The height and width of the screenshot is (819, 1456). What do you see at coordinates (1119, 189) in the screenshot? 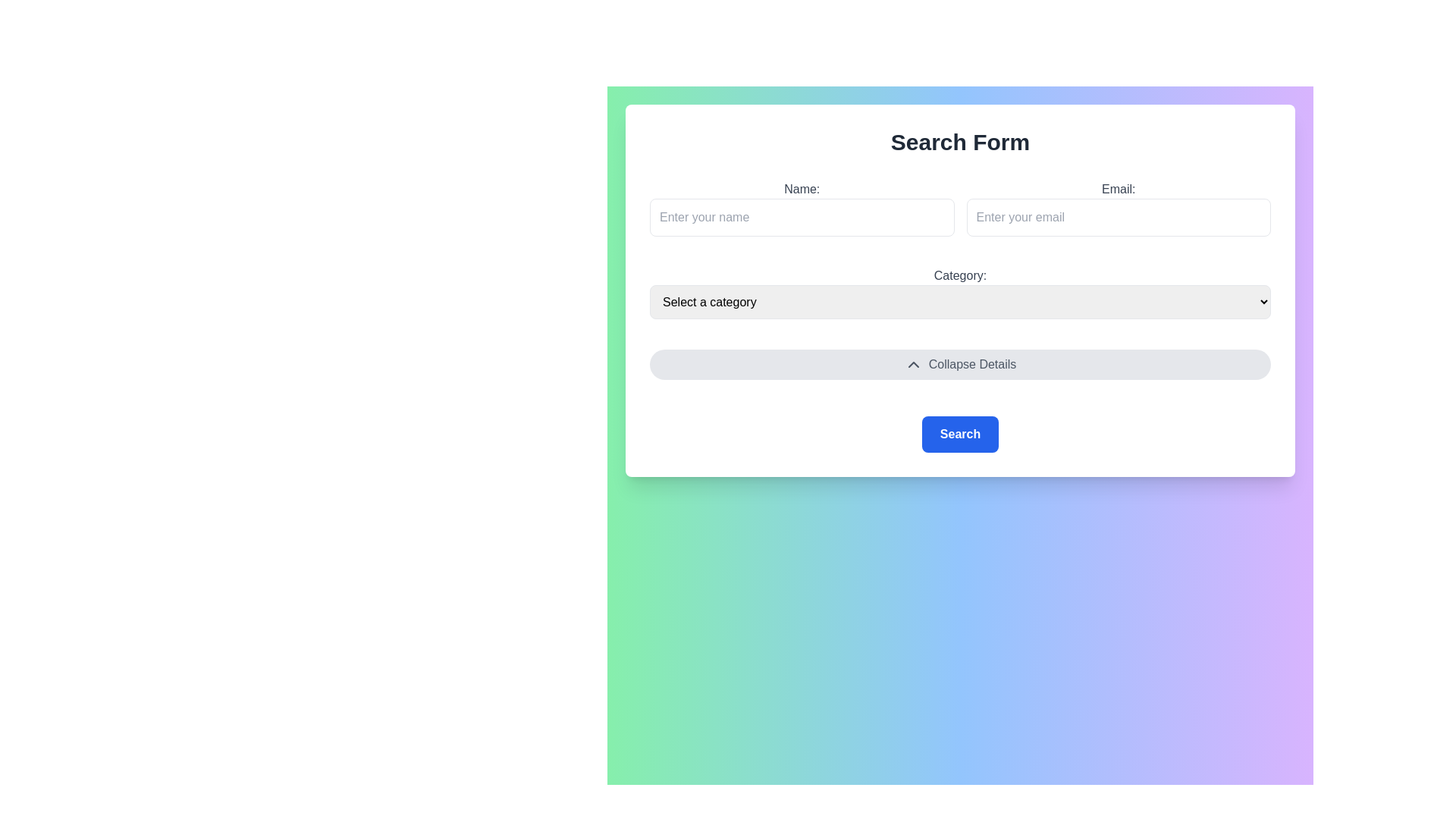
I see `the 'Email:' label, which is a medium-sized, gray-colored text label positioned at the top of the input field section of a form, directly adjacent to the 'Name:' input box` at bounding box center [1119, 189].